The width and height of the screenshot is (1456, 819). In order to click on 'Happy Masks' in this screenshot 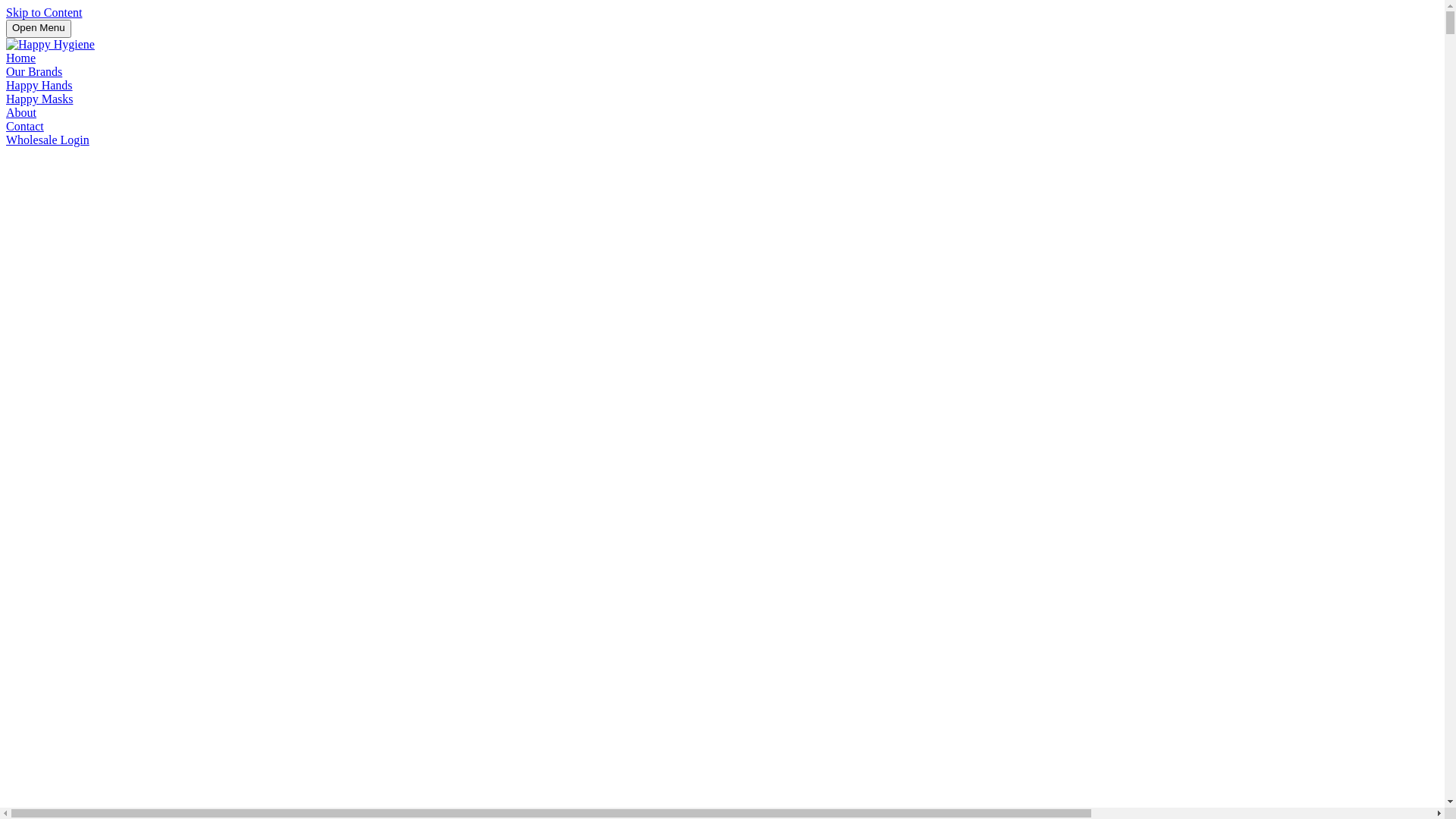, I will do `click(39, 99)`.